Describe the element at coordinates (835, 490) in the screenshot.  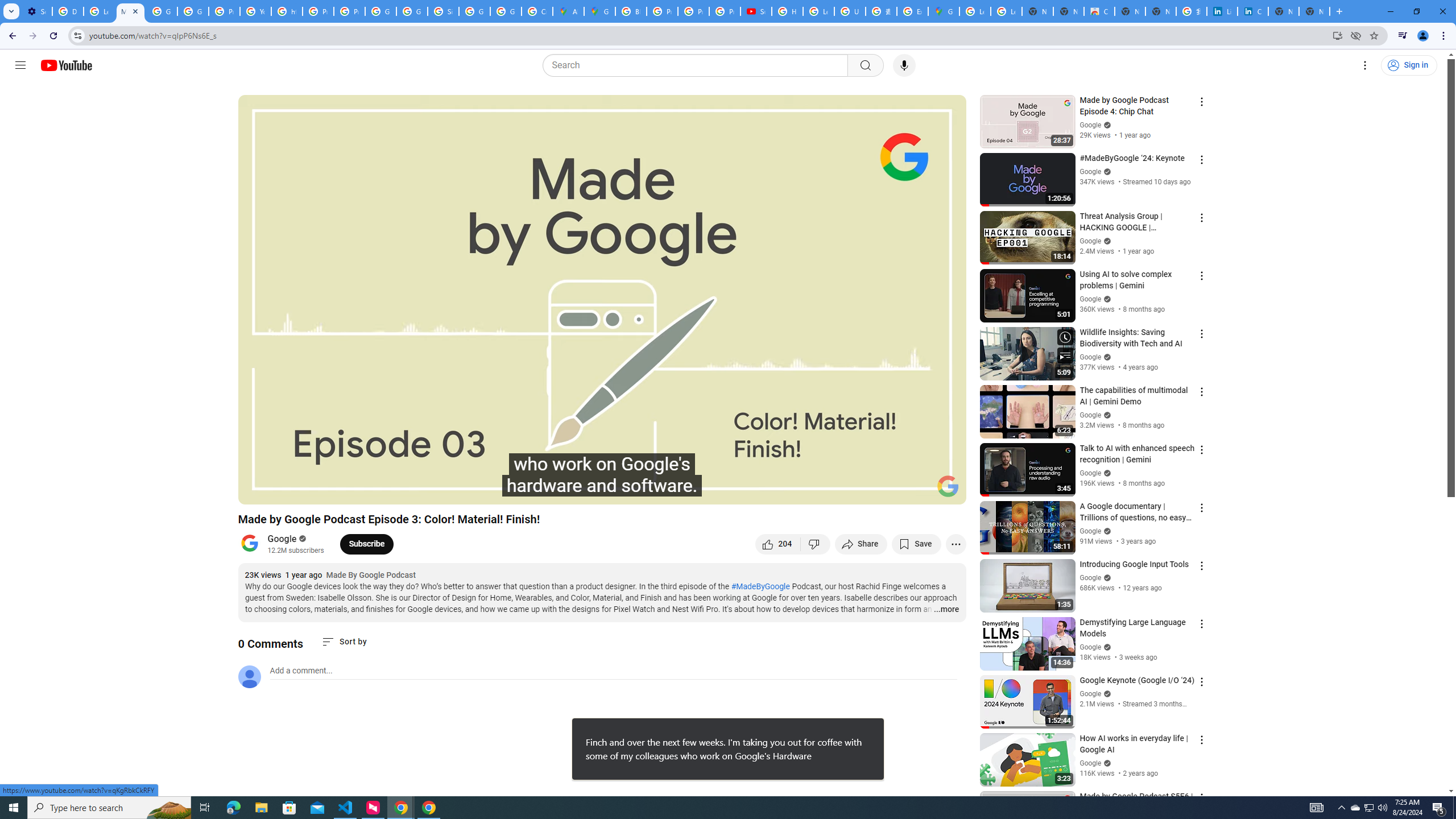
I see `'Subtitles/closed captions unavailable'` at that location.